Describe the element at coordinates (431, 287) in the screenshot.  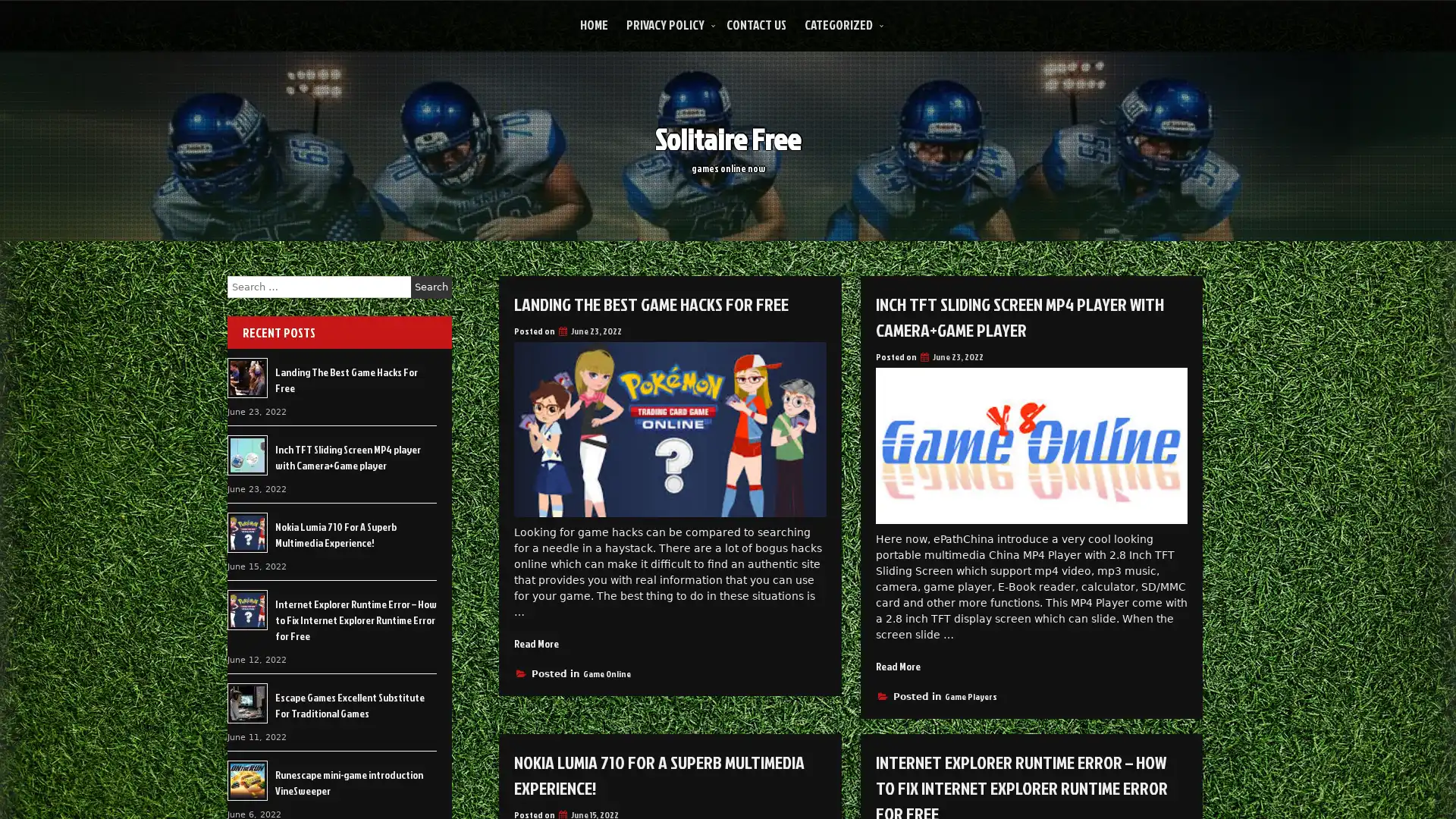
I see `Search` at that location.